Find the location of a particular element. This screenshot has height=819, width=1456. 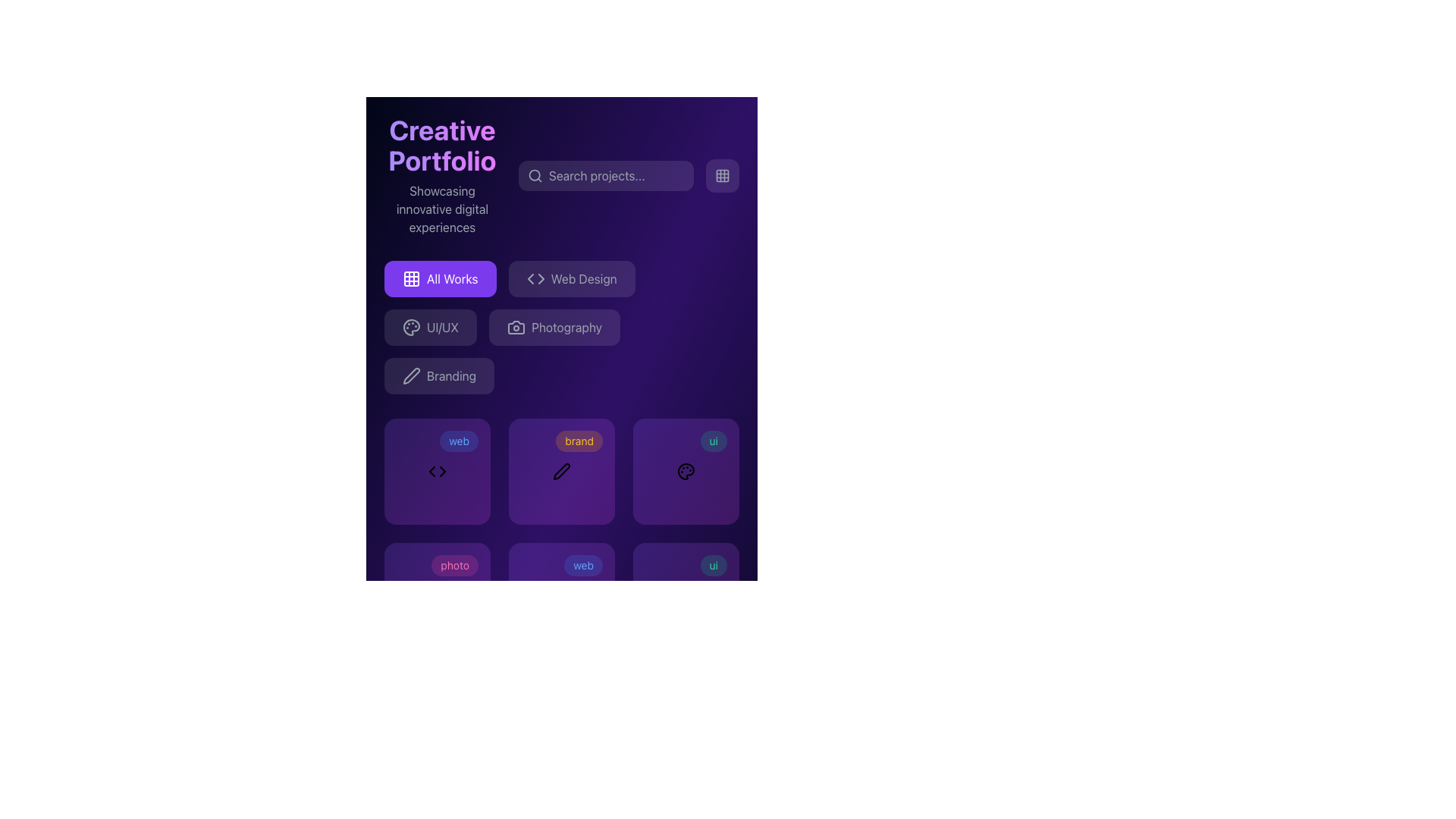

the central square of the 3x3 grid icon located at the top-right of the interface is located at coordinates (722, 174).